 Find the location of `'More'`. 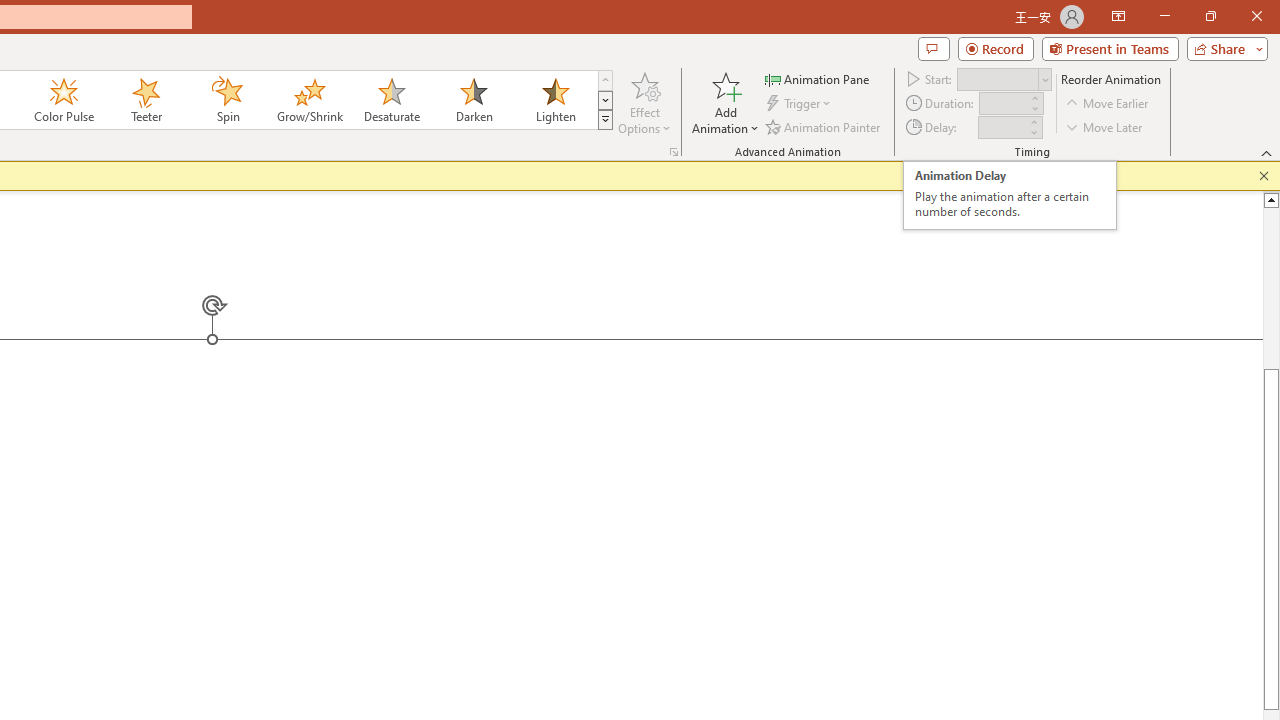

'More' is located at coordinates (1033, 121).